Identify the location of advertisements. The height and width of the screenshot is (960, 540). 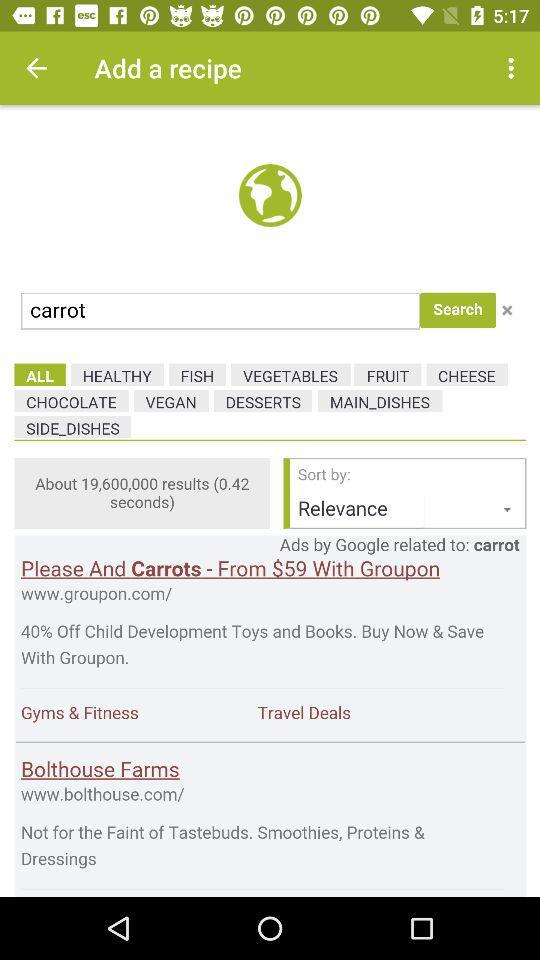
(270, 500).